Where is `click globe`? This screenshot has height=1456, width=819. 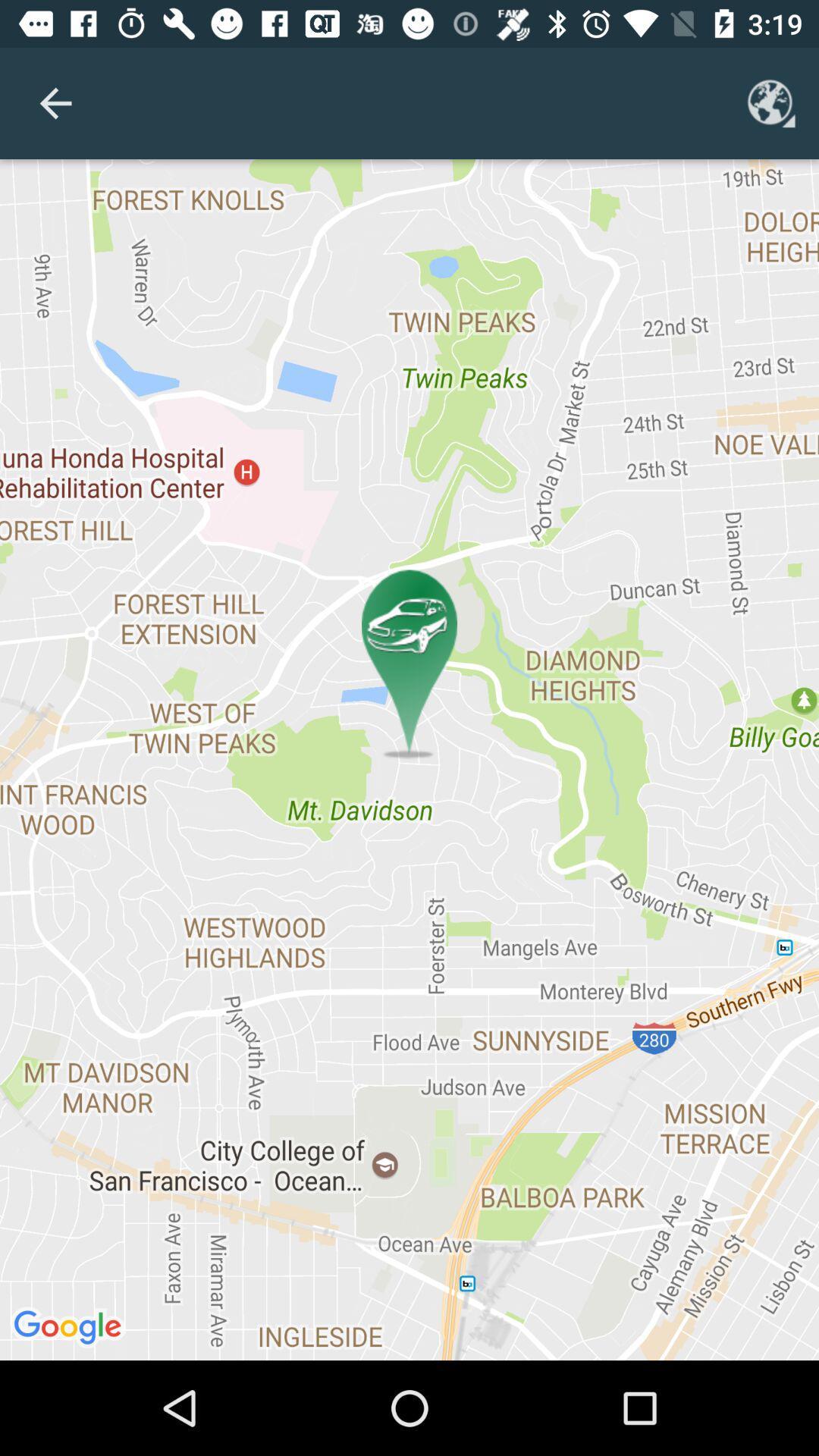 click globe is located at coordinates (771, 102).